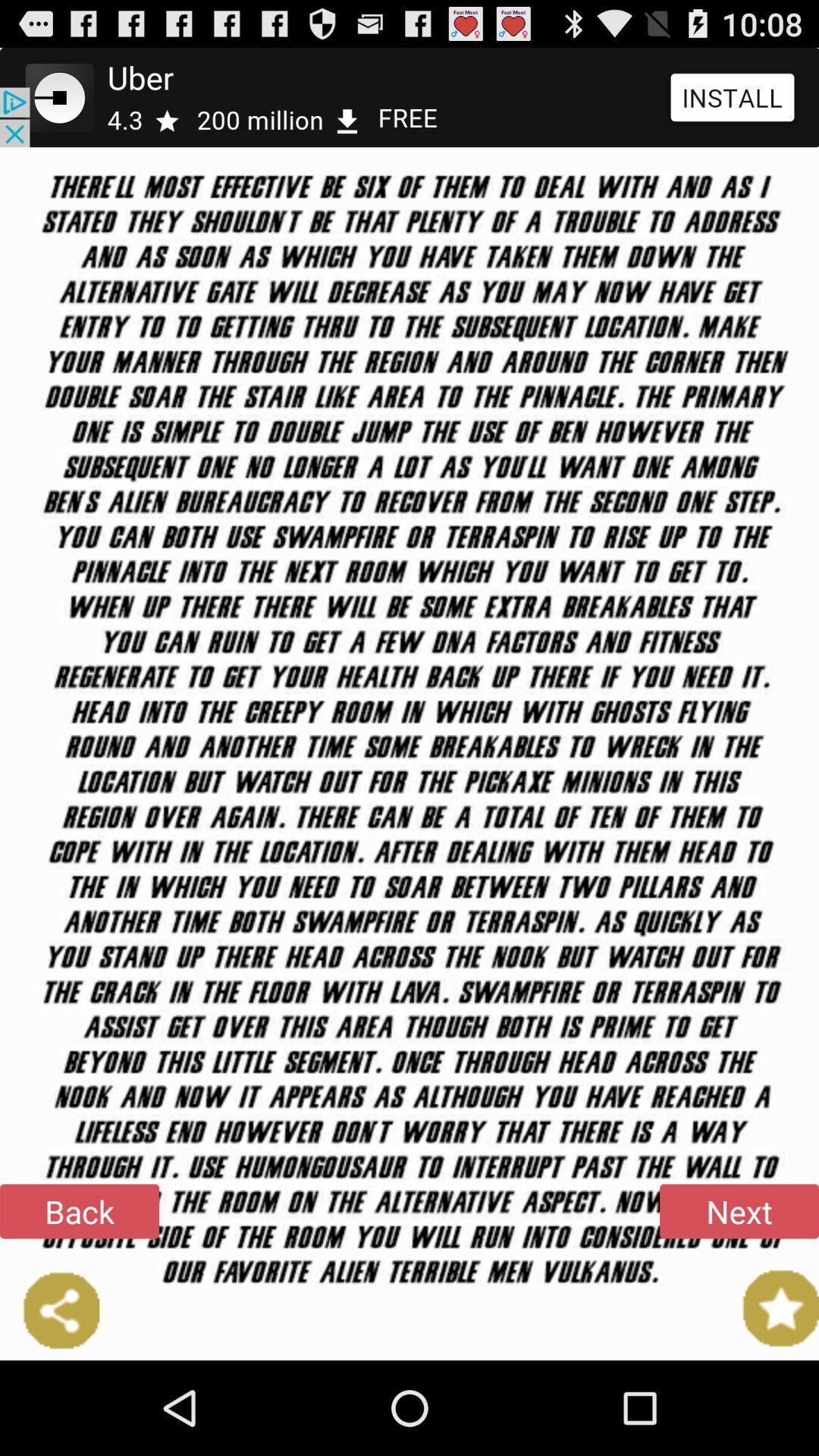  Describe the element at coordinates (79, 1210) in the screenshot. I see `the back button` at that location.